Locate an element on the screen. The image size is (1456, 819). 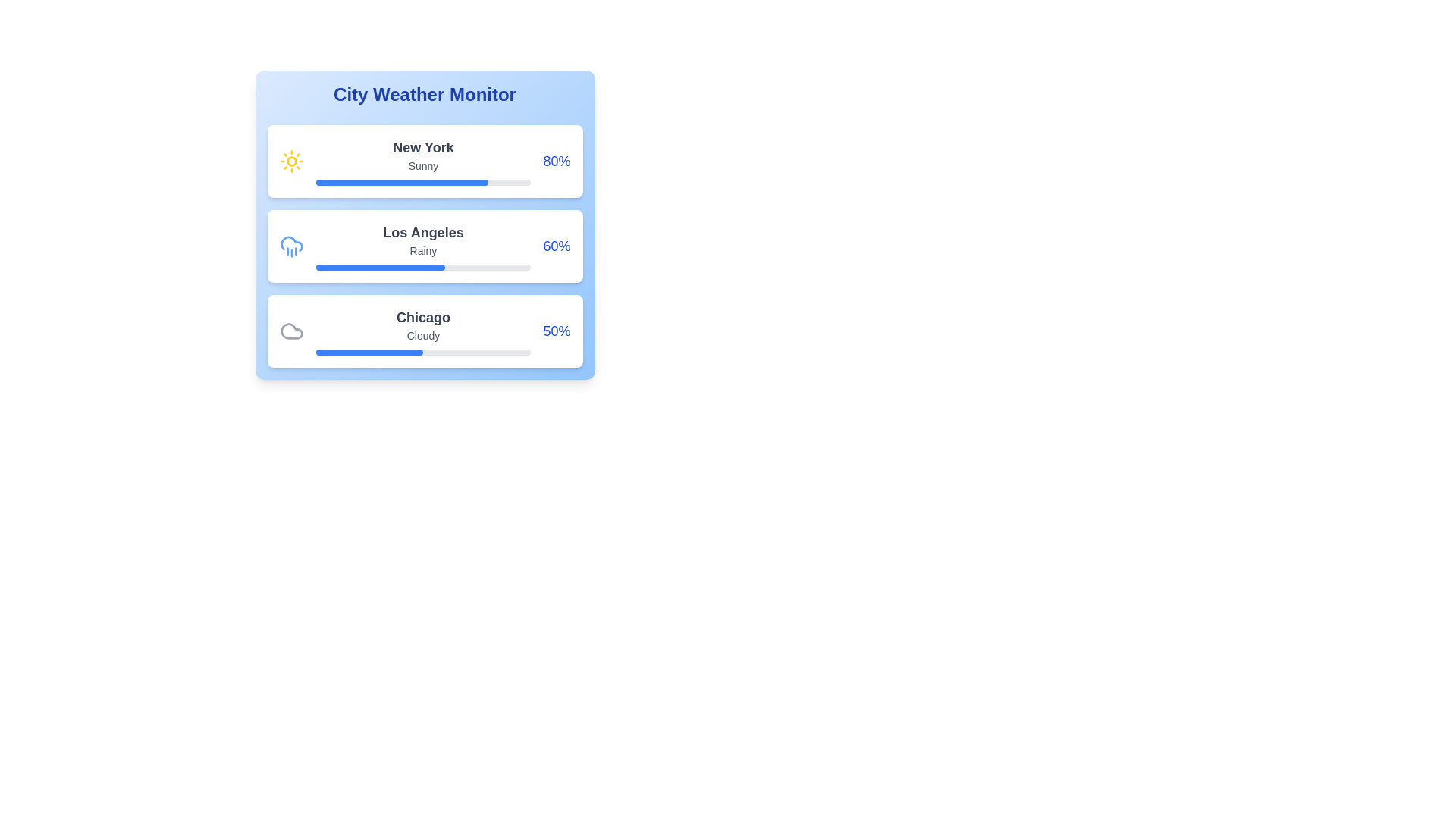
heading element at the top of the weather monitoring card to understand the context of the page is located at coordinates (425, 94).